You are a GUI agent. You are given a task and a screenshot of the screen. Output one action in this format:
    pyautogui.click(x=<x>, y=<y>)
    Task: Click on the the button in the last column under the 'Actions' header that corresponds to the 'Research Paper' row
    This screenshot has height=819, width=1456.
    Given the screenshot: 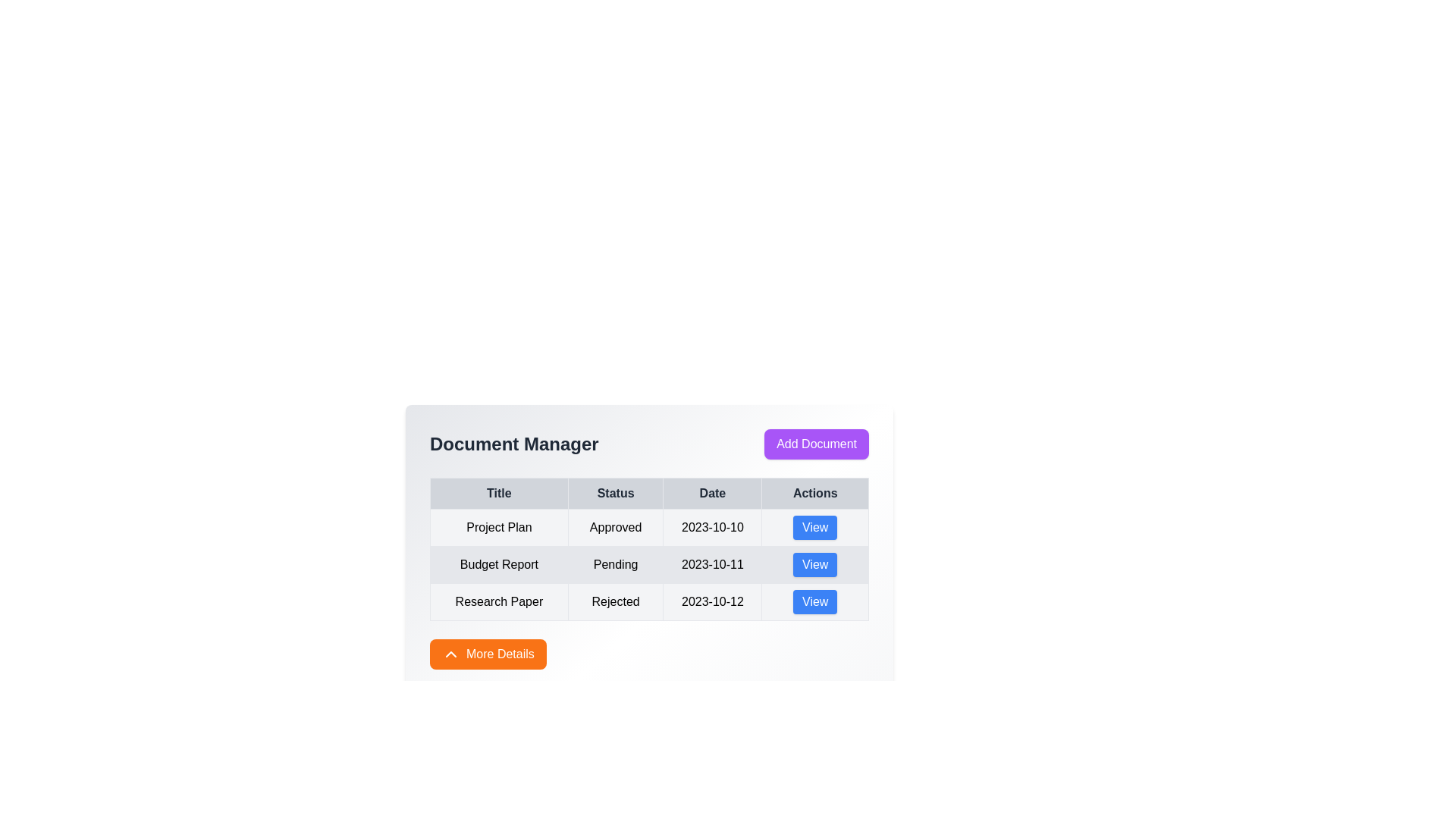 What is the action you would take?
    pyautogui.click(x=814, y=601)
    